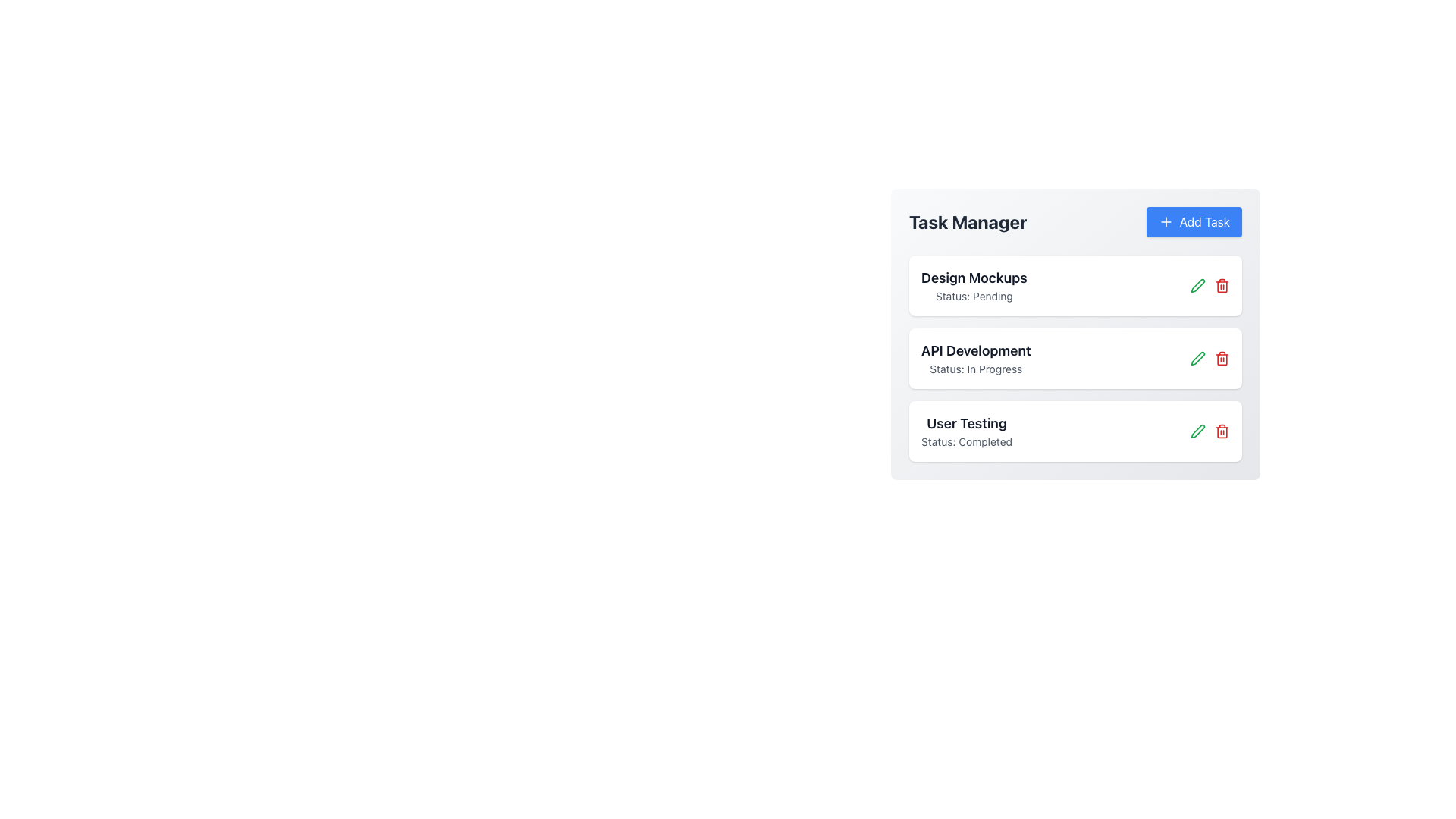 The width and height of the screenshot is (1456, 819). What do you see at coordinates (1222, 359) in the screenshot?
I see `the trash icon element located to the right of the text 'API Development', which is the second trash icon in the list` at bounding box center [1222, 359].